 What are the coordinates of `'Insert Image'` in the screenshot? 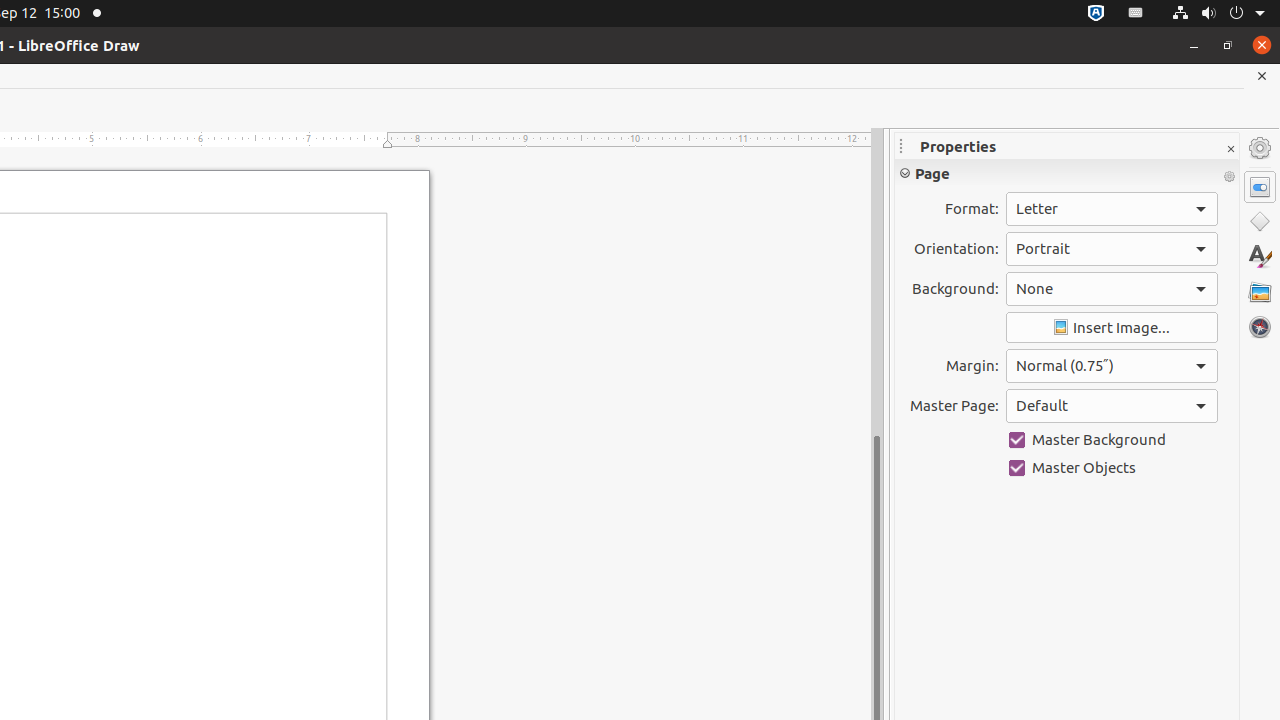 It's located at (1110, 326).